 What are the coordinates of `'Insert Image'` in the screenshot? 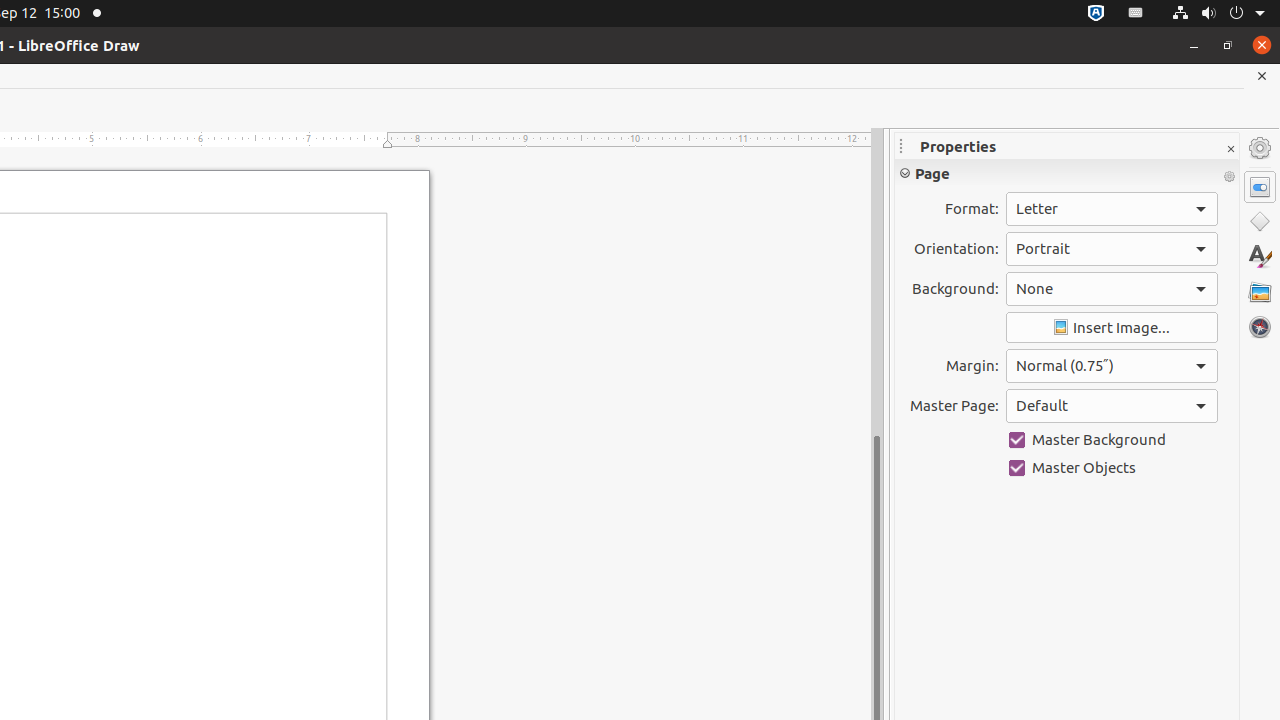 It's located at (1110, 326).